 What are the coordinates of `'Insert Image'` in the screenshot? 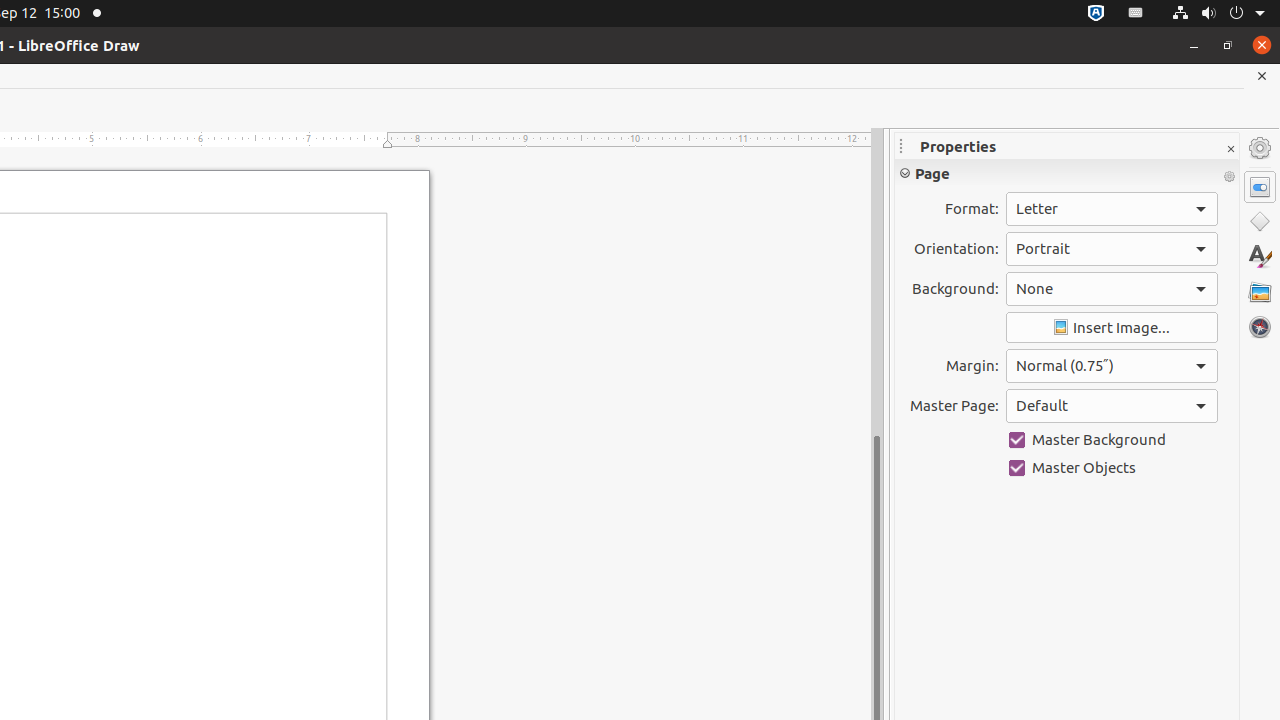 It's located at (1110, 326).